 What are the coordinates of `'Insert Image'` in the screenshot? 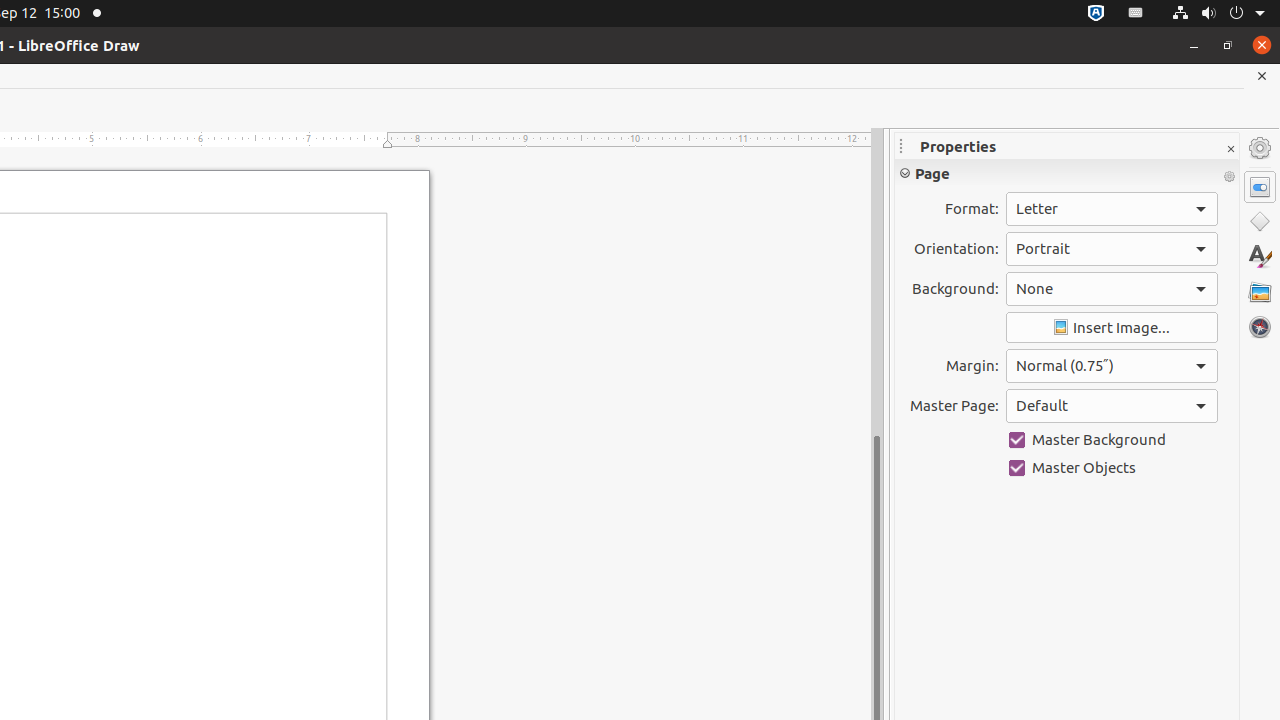 It's located at (1110, 326).